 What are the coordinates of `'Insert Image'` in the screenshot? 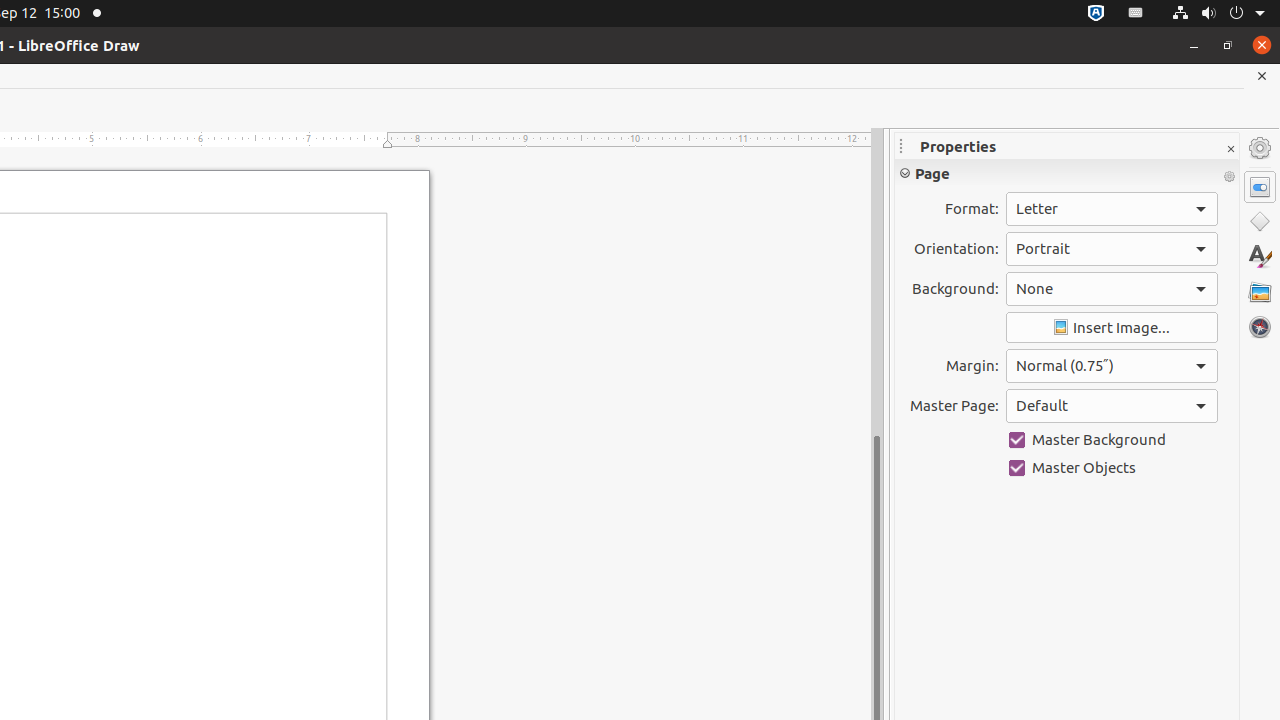 It's located at (1110, 326).